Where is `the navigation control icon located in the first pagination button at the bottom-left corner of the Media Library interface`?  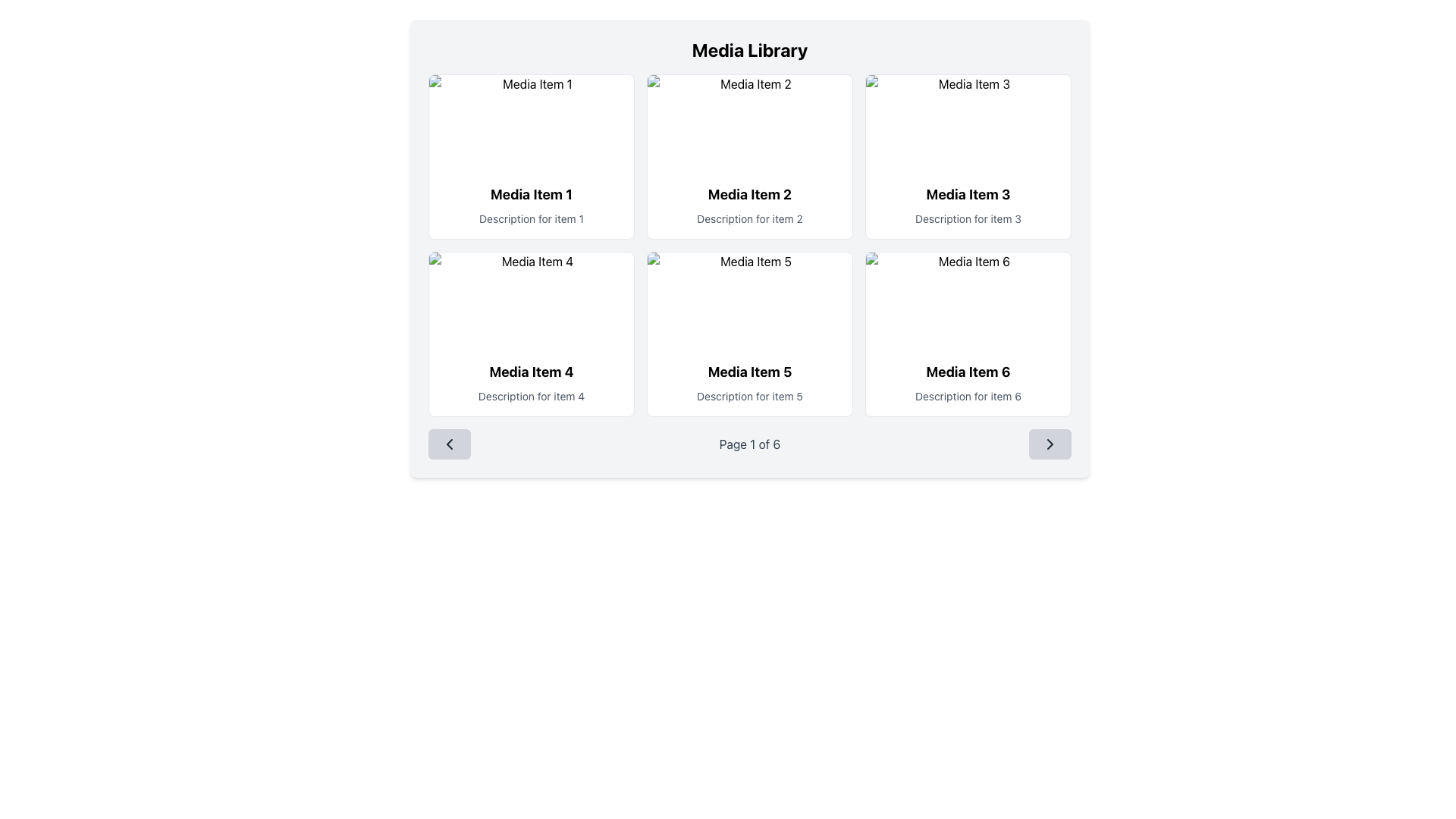 the navigation control icon located in the first pagination button at the bottom-left corner of the Media Library interface is located at coordinates (449, 444).